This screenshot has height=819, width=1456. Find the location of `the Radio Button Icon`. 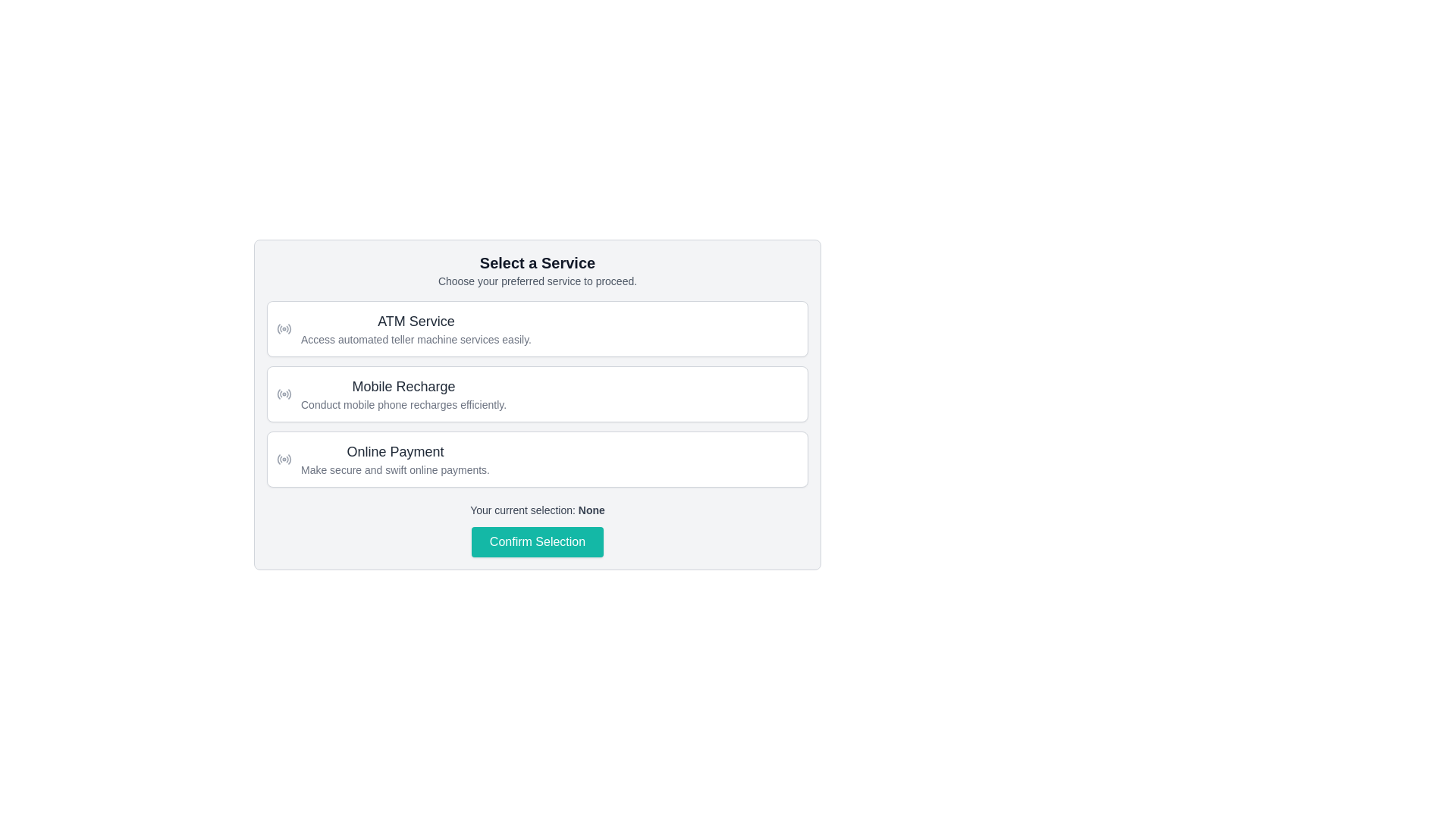

the Radio Button Icon is located at coordinates (284, 458).